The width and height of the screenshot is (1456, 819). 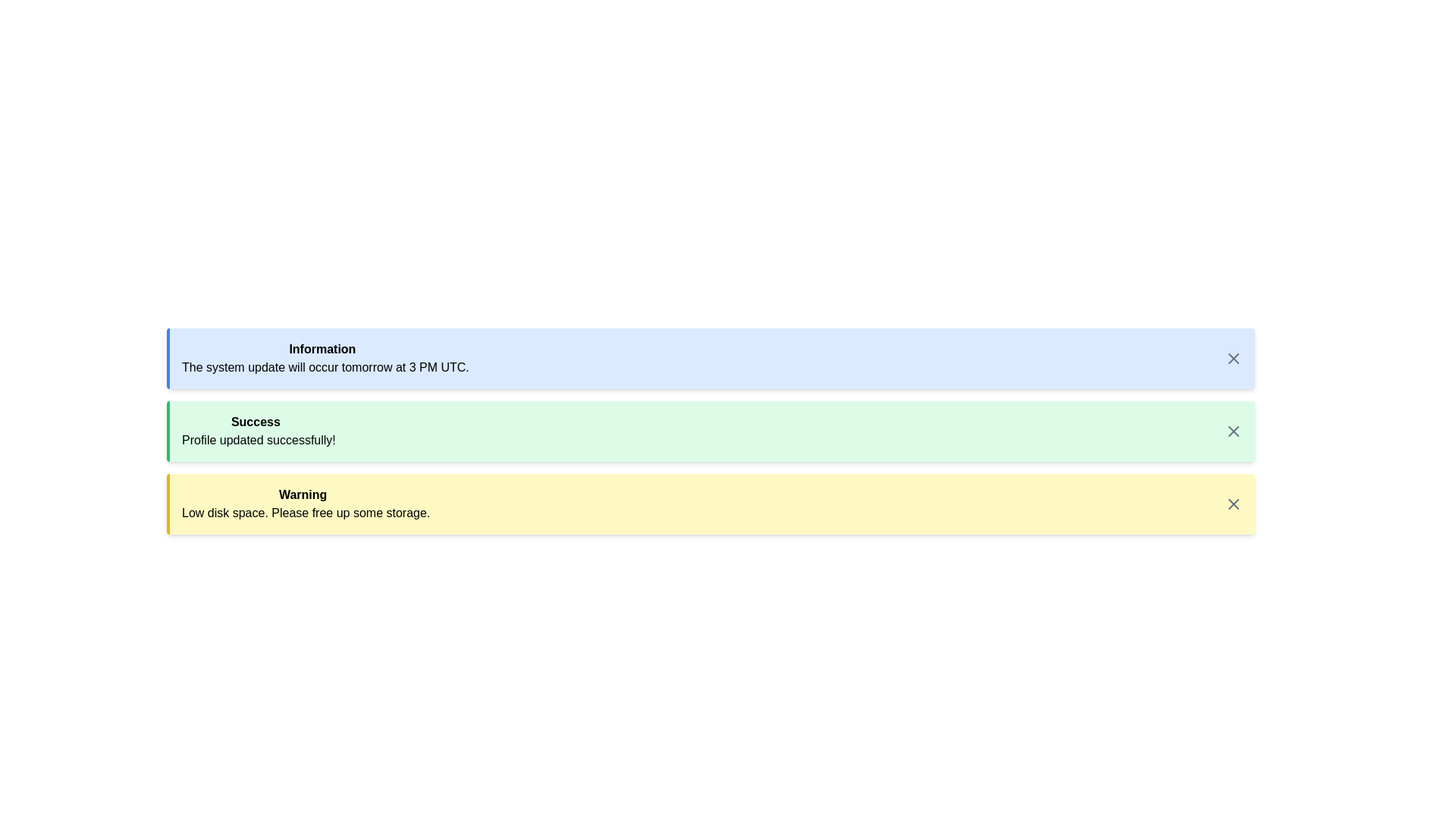 What do you see at coordinates (710, 504) in the screenshot?
I see `the warning in the yellow notification box titled 'Warning' that indicates low disk space` at bounding box center [710, 504].